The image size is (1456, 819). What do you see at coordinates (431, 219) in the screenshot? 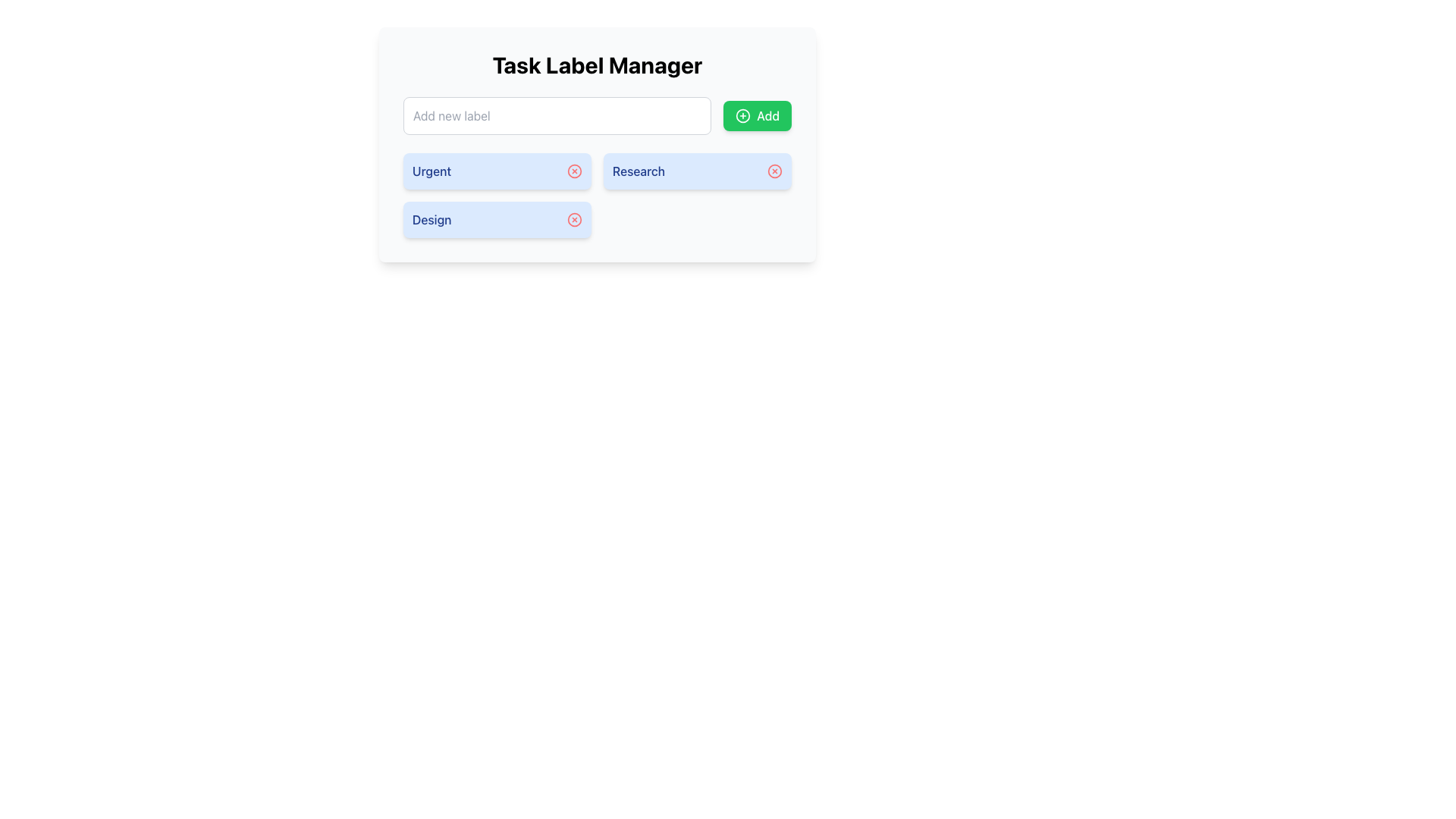
I see `the nearby components adjacent to the 'Design' text label, which is styled in blue and positioned in a blue rounded rectangular box` at bounding box center [431, 219].